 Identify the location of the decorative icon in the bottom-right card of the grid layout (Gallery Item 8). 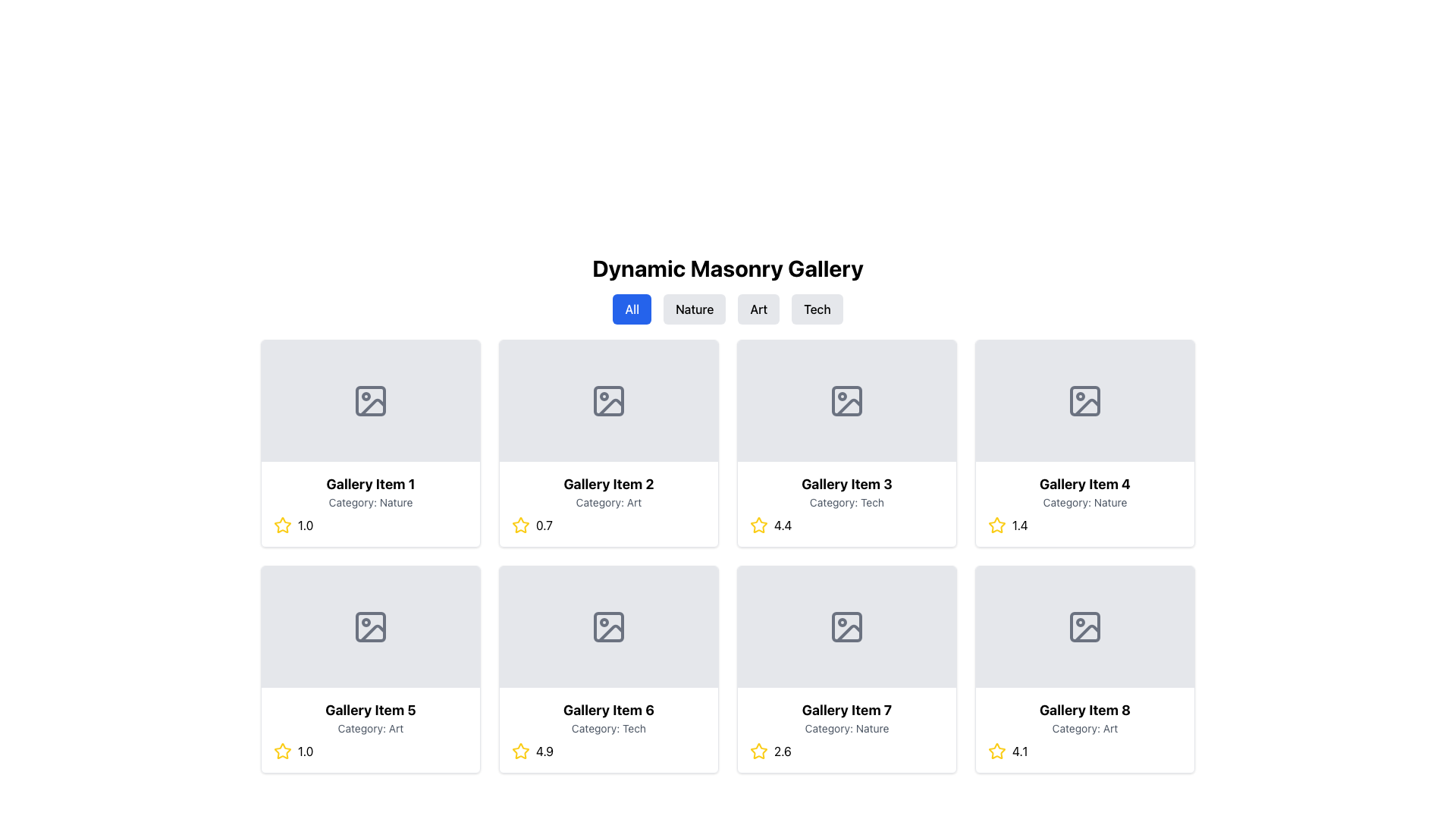
(1084, 626).